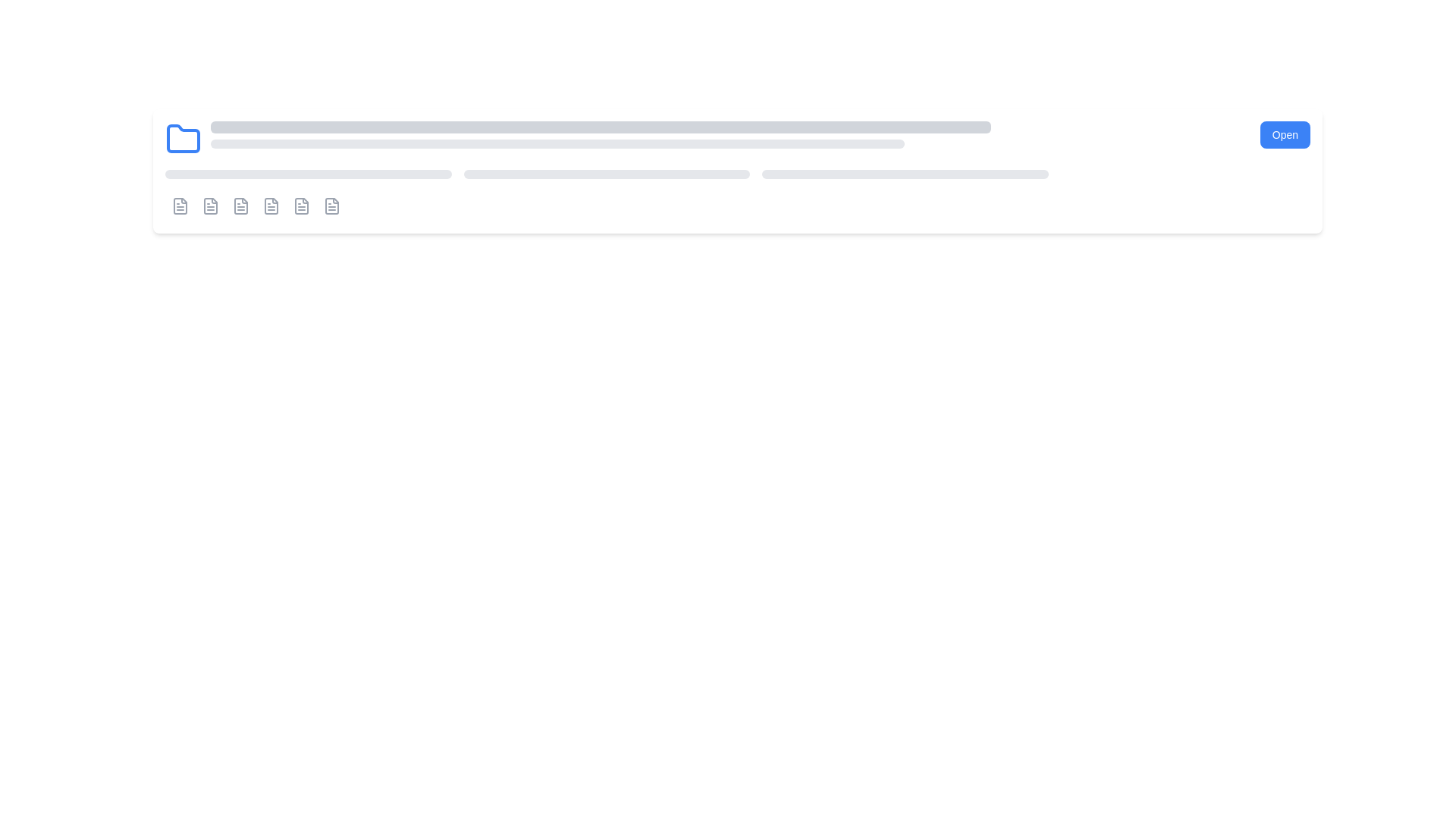 This screenshot has width=1456, height=819. What do you see at coordinates (182, 138) in the screenshot?
I see `the blue folder icon with a rectangular shape and a tab-like protrusion, located in the first row of icons on the left side of the layout` at bounding box center [182, 138].